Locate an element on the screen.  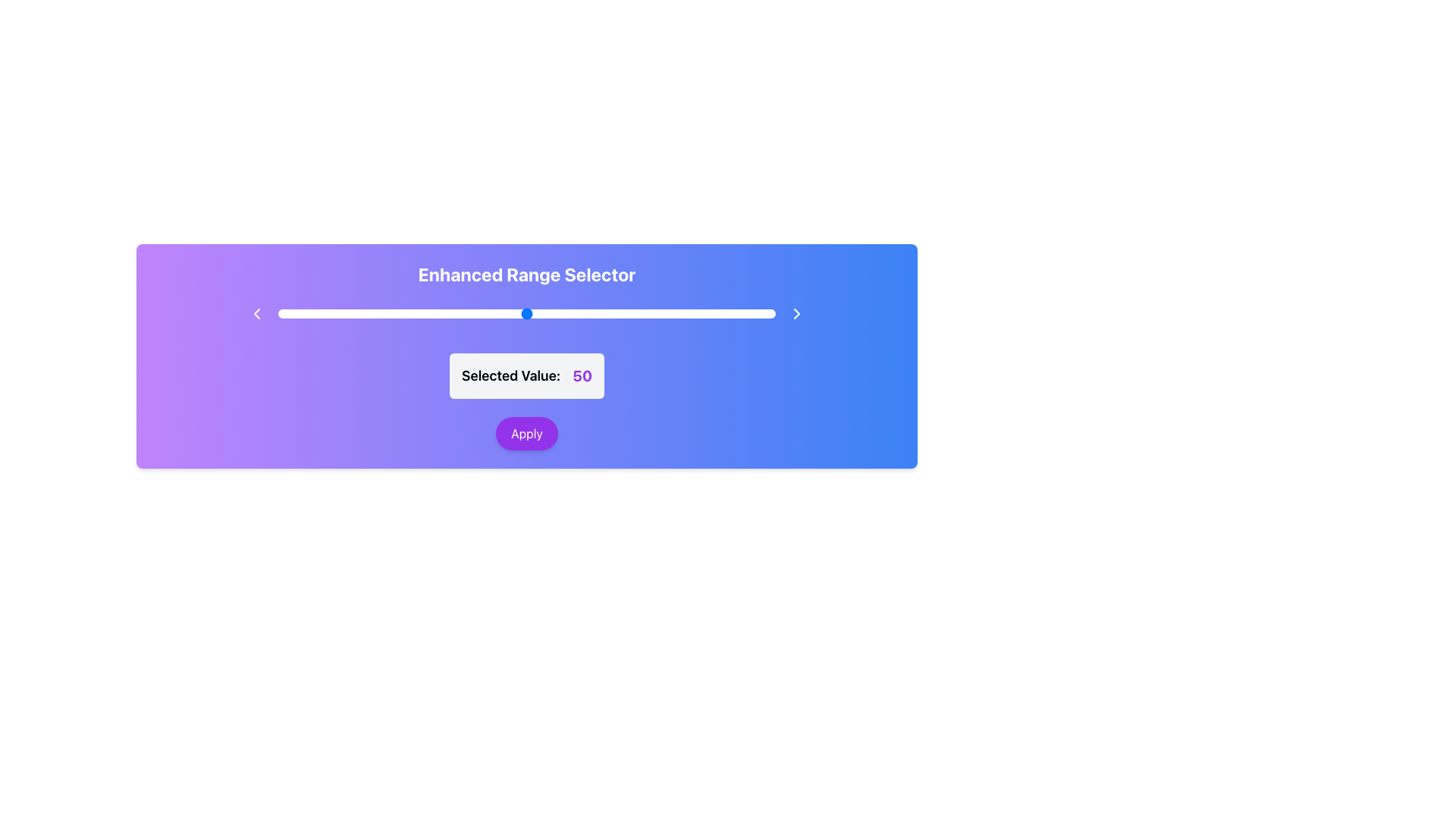
the slider is located at coordinates (476, 312).